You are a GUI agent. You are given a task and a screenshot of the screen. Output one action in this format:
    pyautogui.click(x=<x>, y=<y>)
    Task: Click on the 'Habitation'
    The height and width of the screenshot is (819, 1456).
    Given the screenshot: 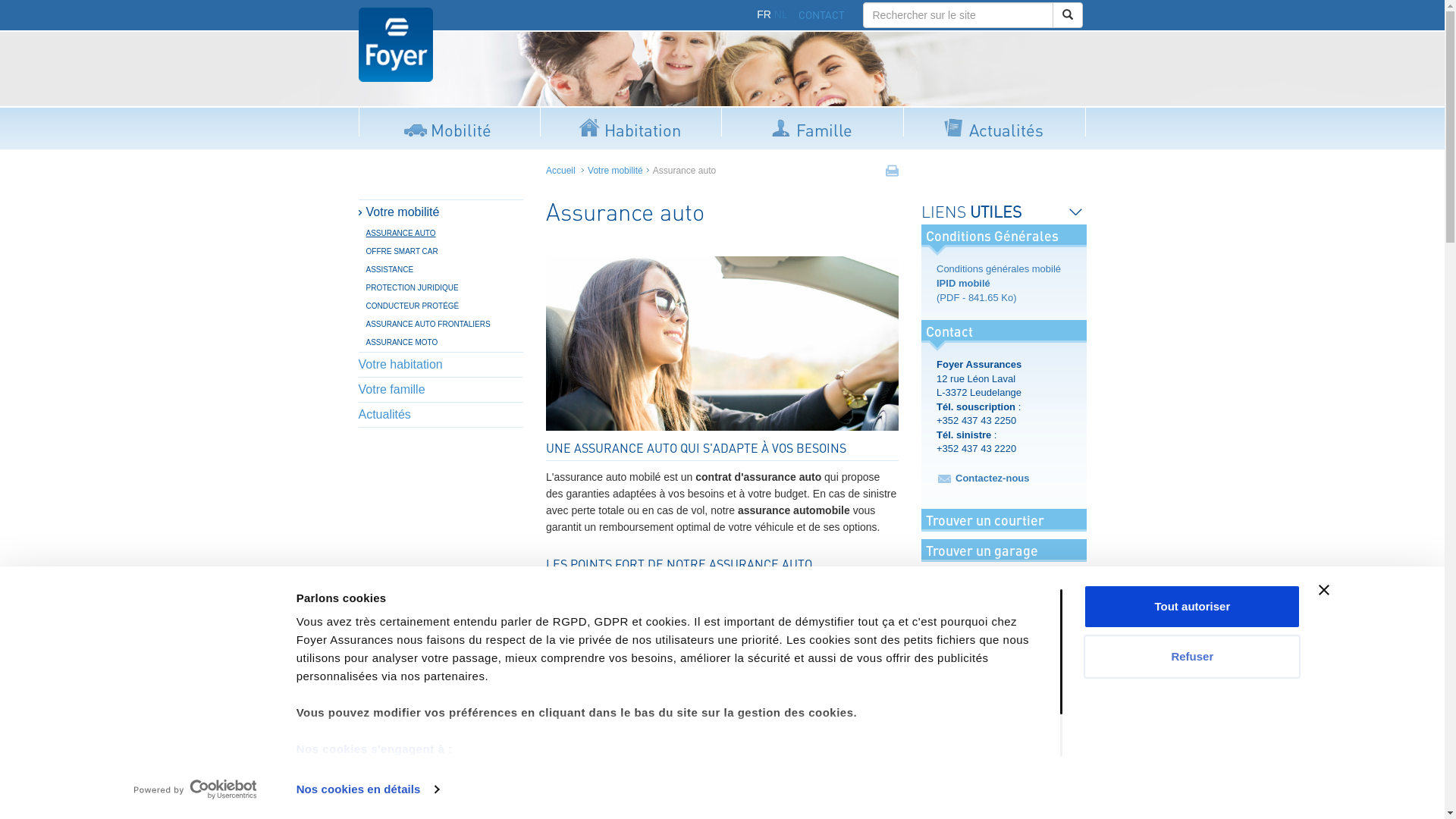 What is the action you would take?
    pyautogui.click(x=630, y=127)
    